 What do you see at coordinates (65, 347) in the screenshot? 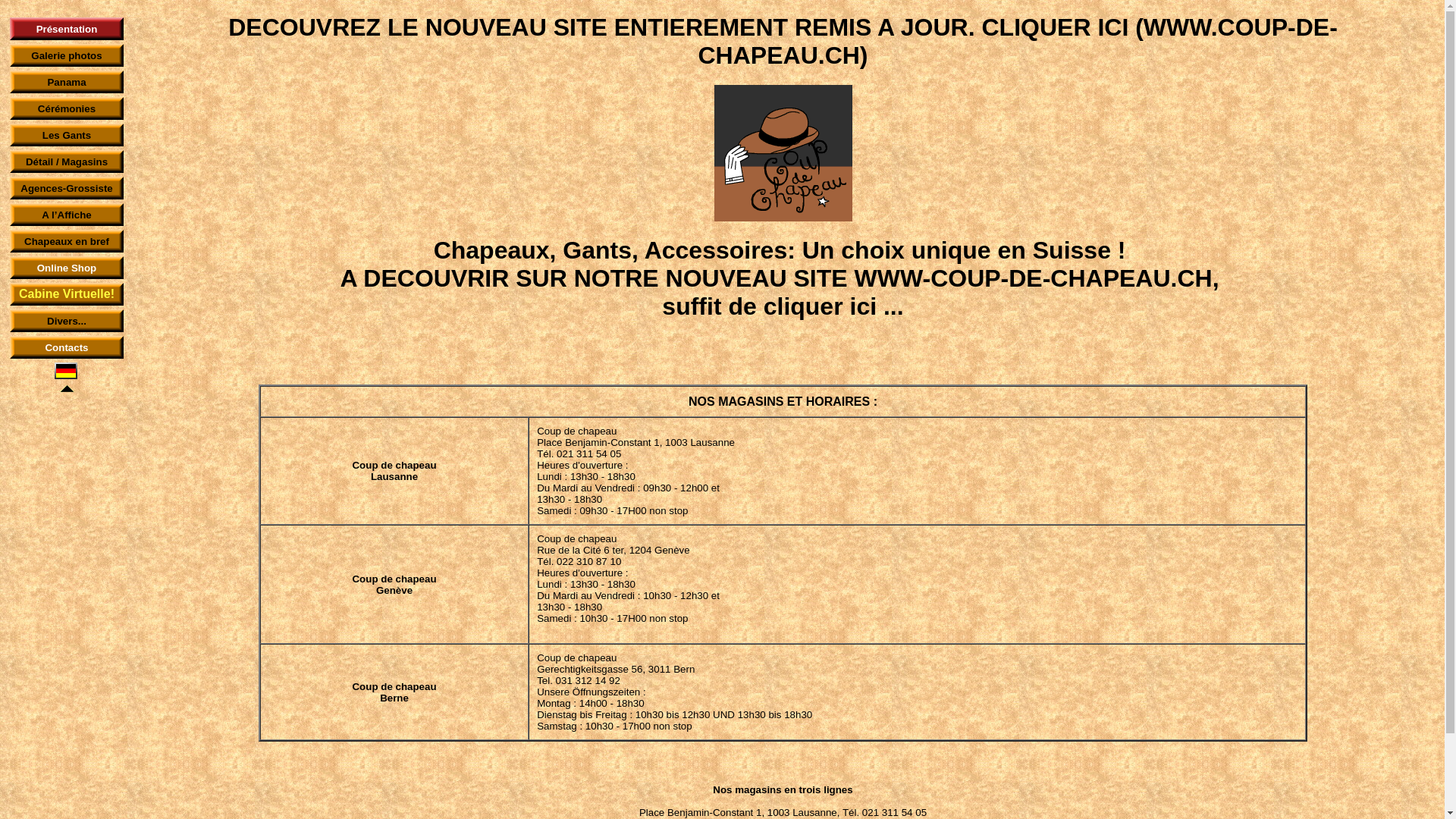
I see `'Contacts'` at bounding box center [65, 347].